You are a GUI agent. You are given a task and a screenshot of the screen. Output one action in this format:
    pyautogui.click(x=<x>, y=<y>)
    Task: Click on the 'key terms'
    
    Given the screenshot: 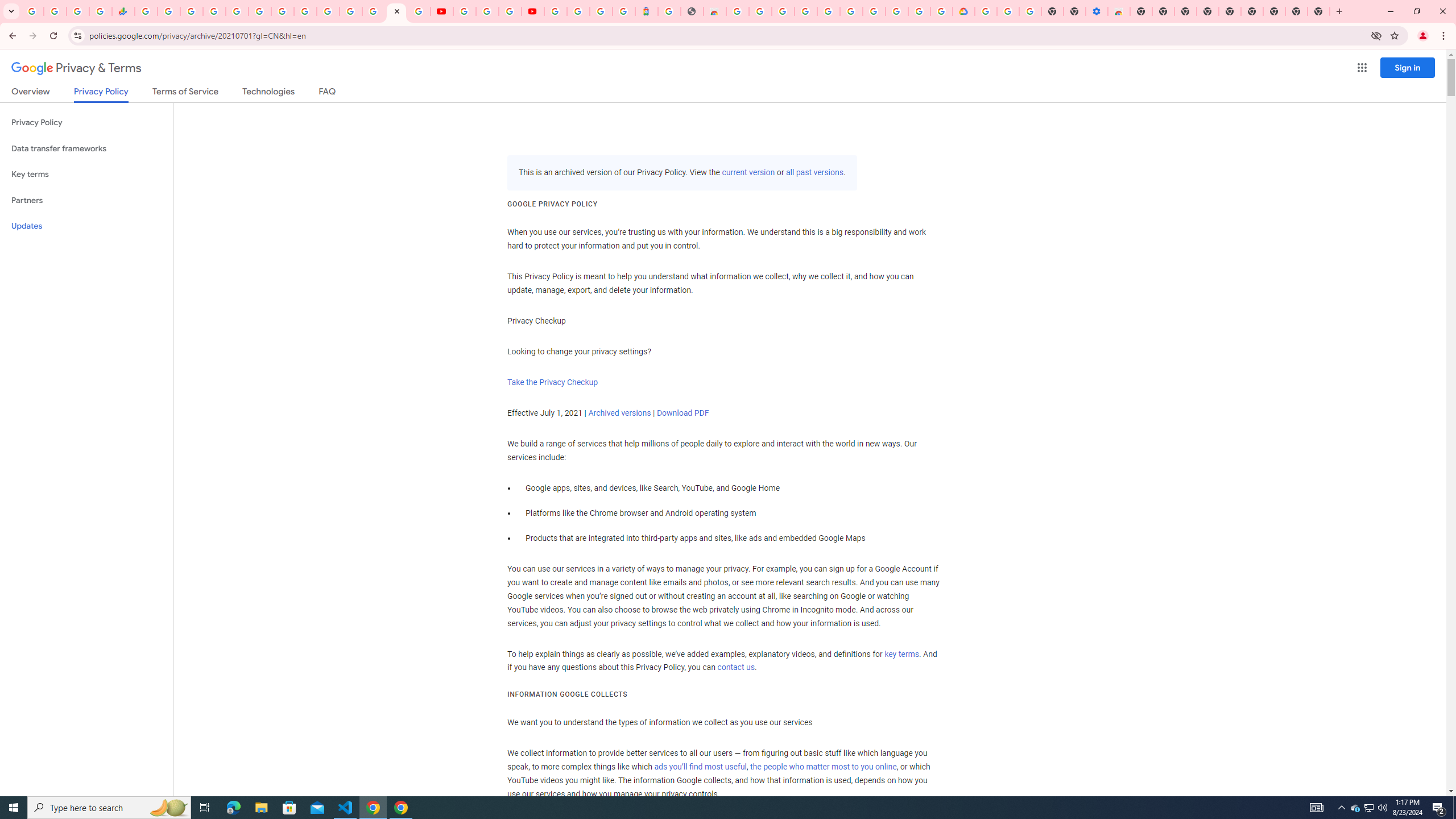 What is the action you would take?
    pyautogui.click(x=900, y=653)
    